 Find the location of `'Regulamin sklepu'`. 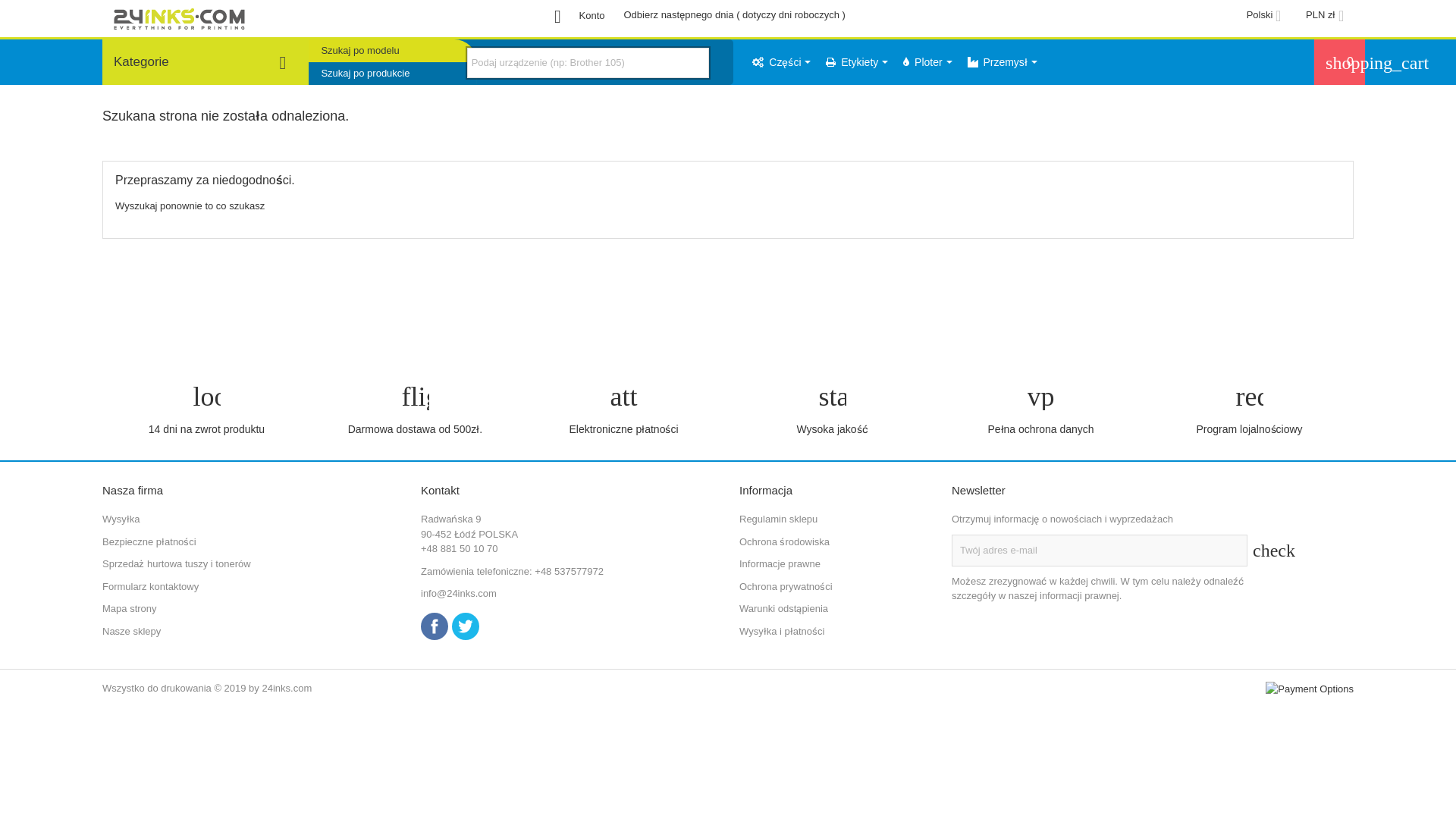

'Regulamin sklepu' is located at coordinates (778, 518).